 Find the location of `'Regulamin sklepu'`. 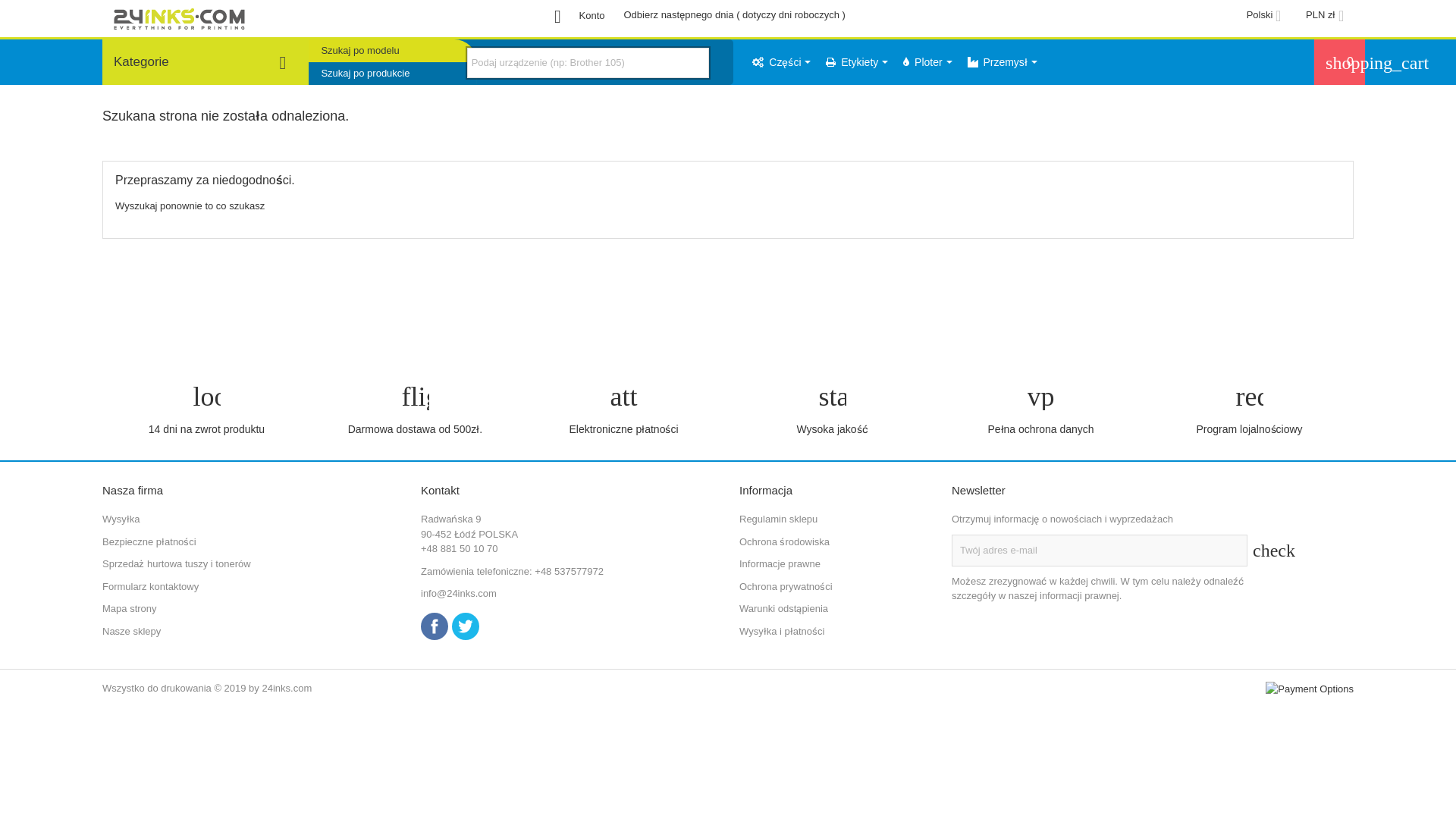

'Regulamin sklepu' is located at coordinates (778, 518).